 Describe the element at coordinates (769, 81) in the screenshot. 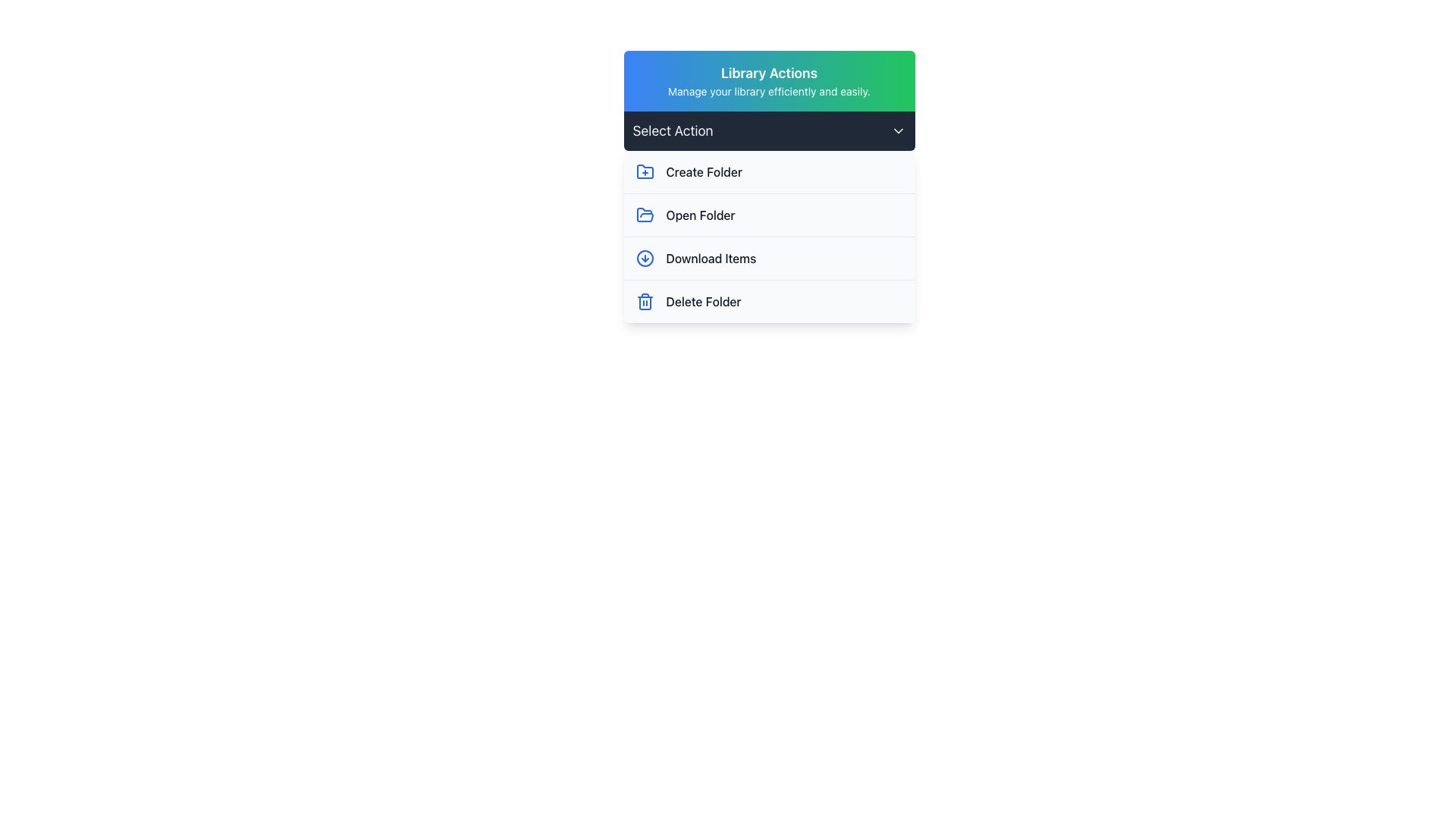

I see `the Informational banner titled 'Library Actions' which has a gradient background and contains a subtitle about managing the library efficiently` at that location.